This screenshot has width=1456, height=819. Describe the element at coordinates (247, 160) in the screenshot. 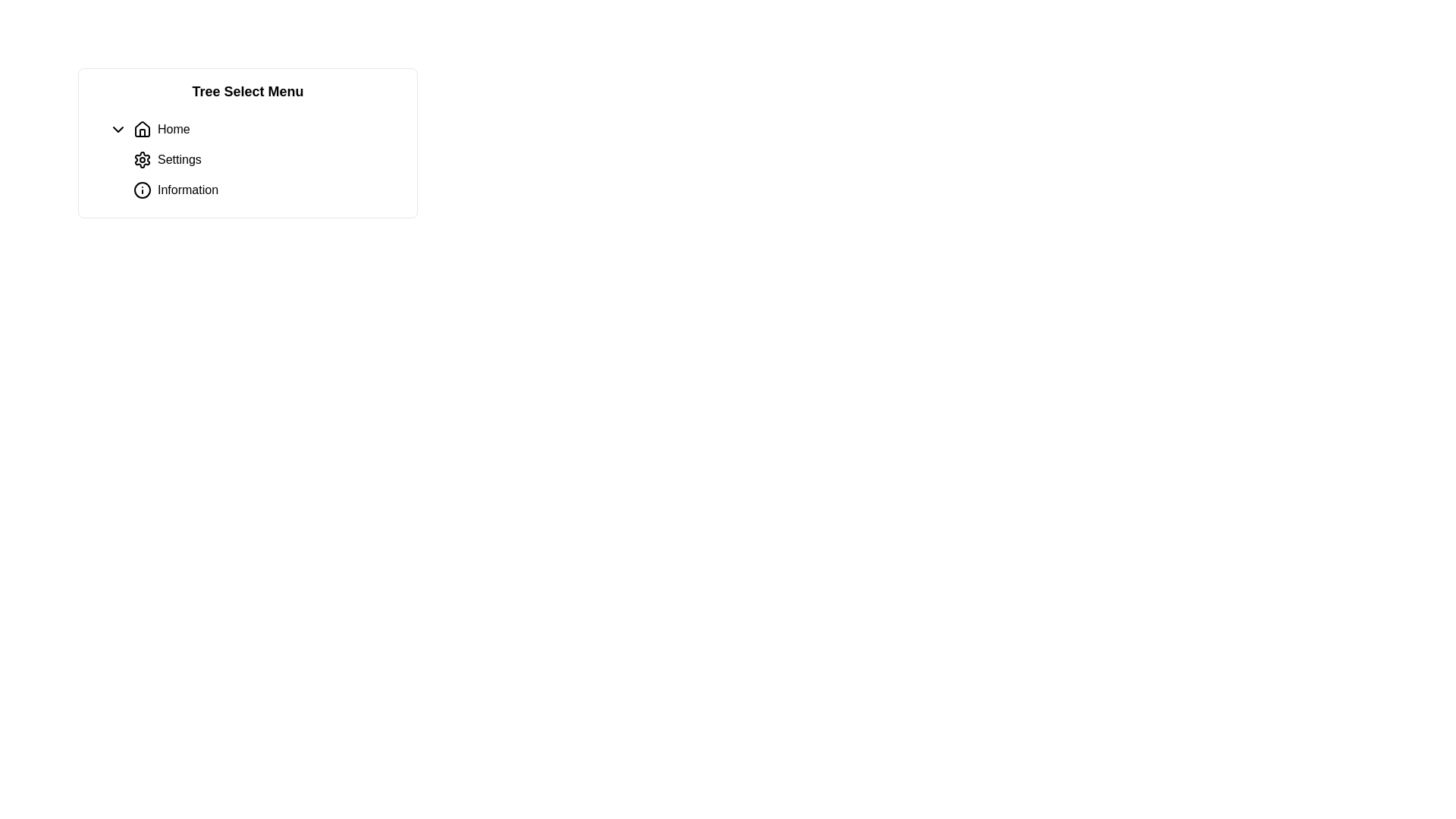

I see `the 'Settings' menu item within the 'Tree Select Menu' component` at that location.